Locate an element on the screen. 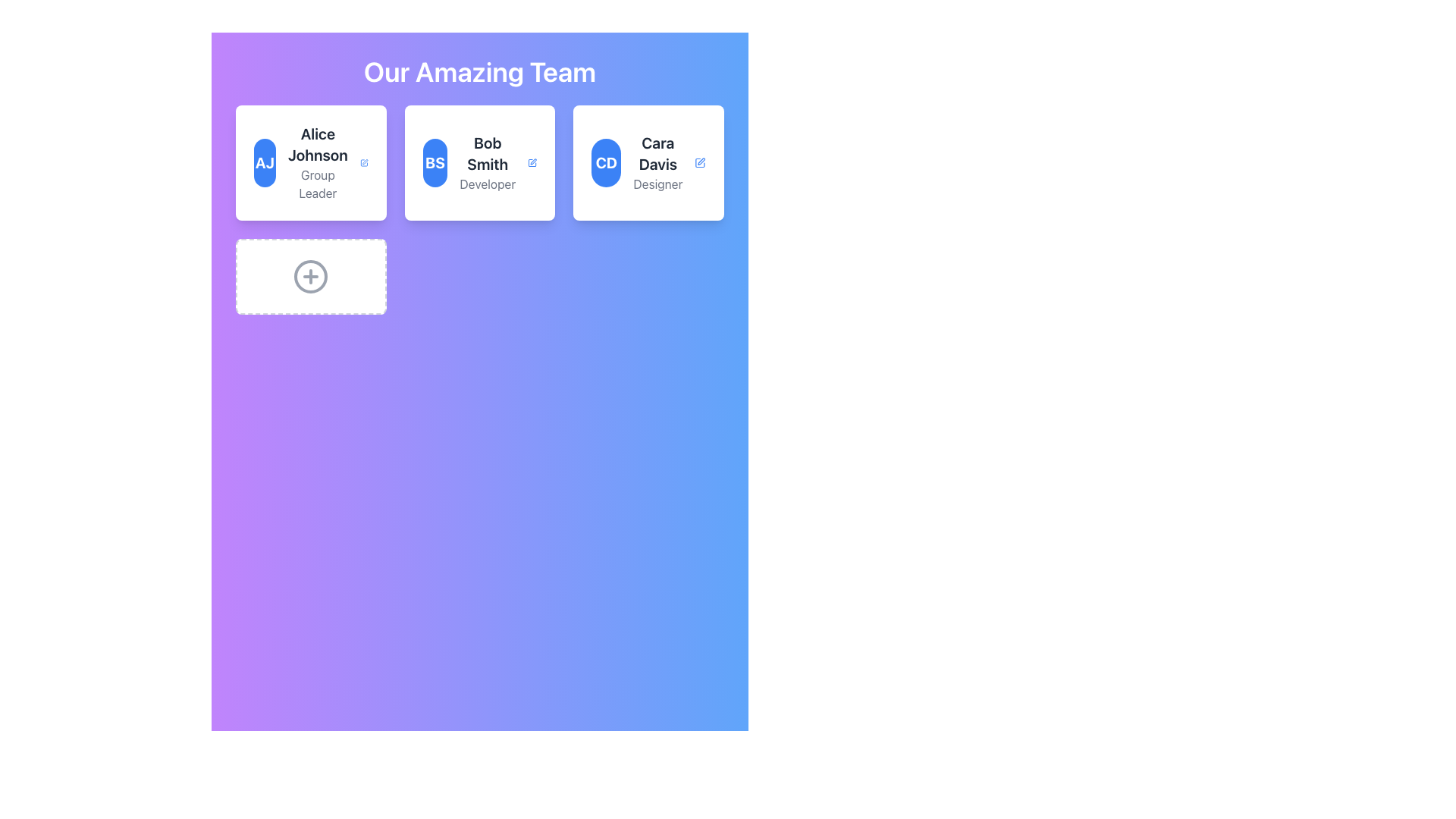 This screenshot has width=1456, height=819. the text display element showing 'Alice Johnson', which is located at the top section of a user card is located at coordinates (317, 145).